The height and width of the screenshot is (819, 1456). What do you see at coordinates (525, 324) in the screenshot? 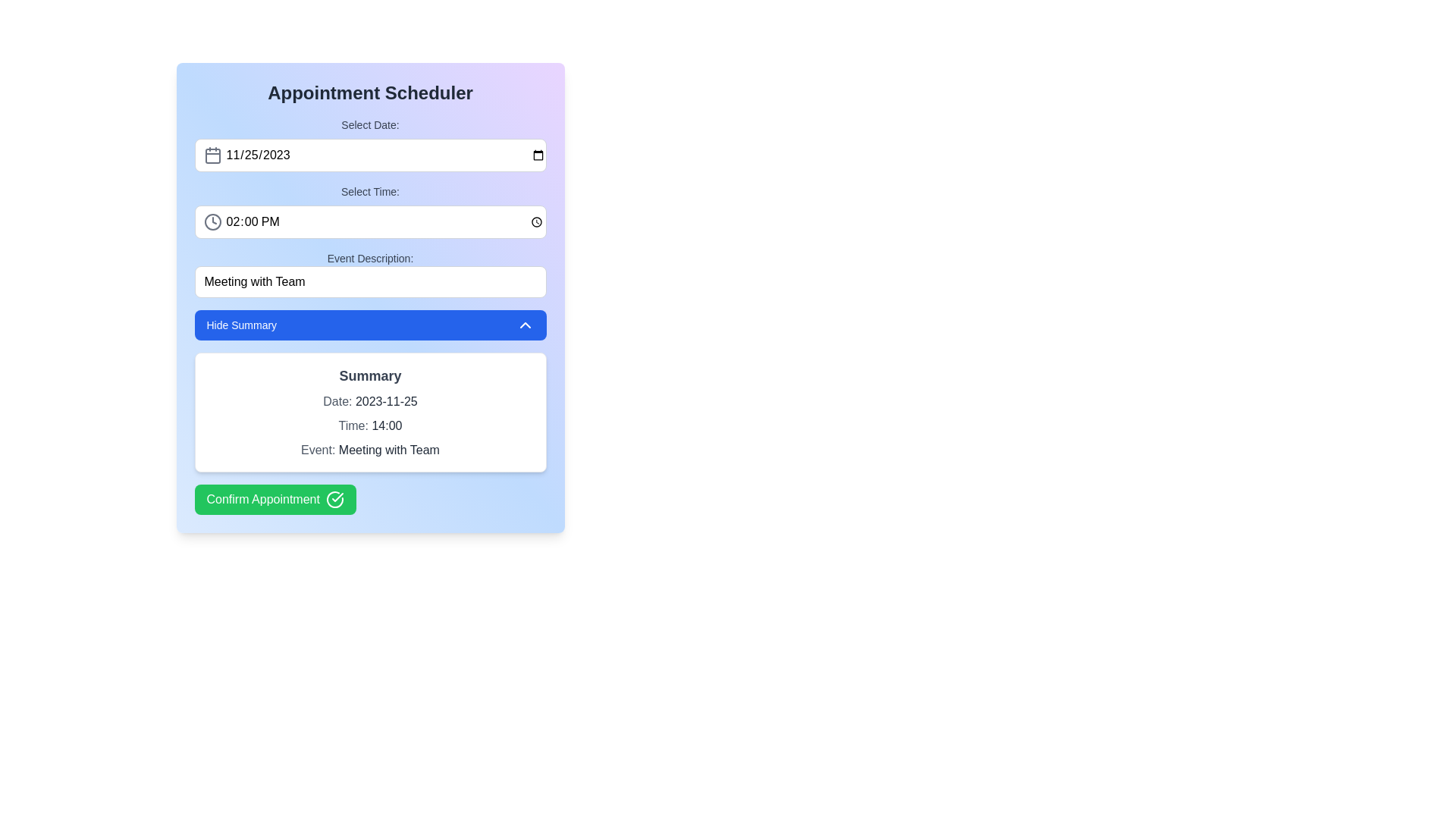
I see `the upward-facing chevron icon on the right edge of the 'Hide Summary' button to hide the summary` at bounding box center [525, 324].